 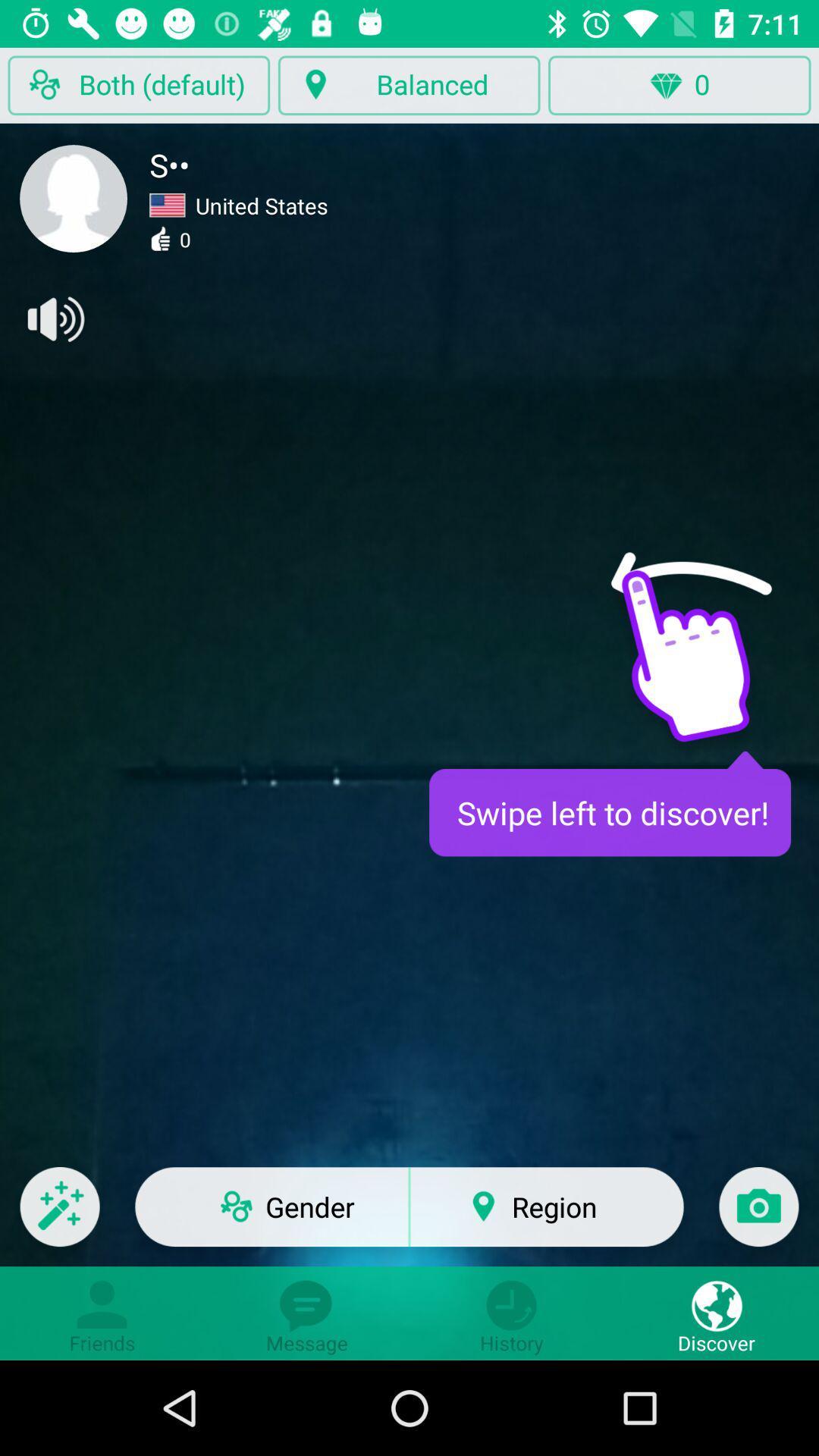 I want to click on button left to 0, so click(x=409, y=85).